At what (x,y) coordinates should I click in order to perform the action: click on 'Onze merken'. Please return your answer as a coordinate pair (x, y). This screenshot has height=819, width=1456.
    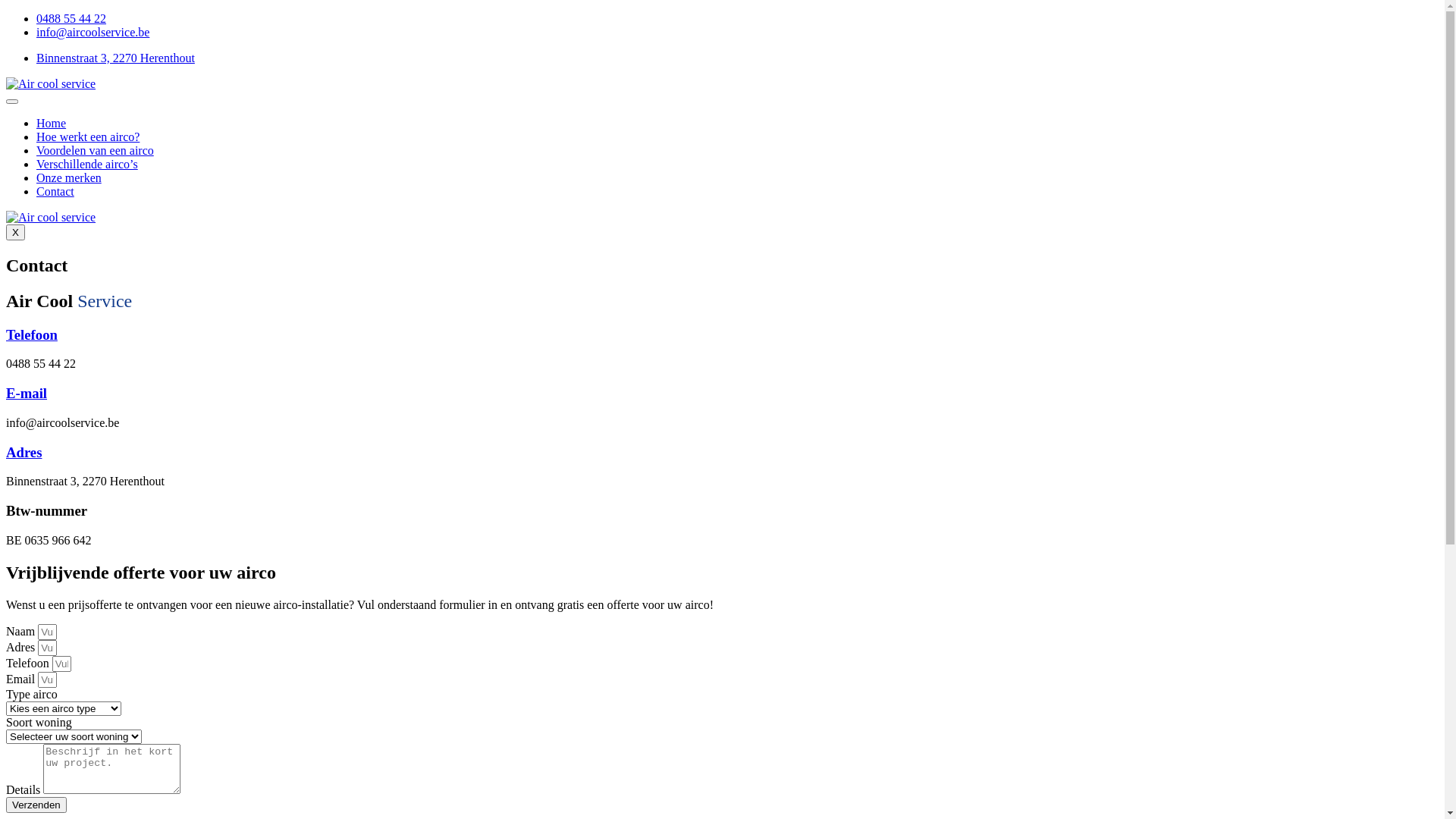
    Looking at the image, I should click on (68, 177).